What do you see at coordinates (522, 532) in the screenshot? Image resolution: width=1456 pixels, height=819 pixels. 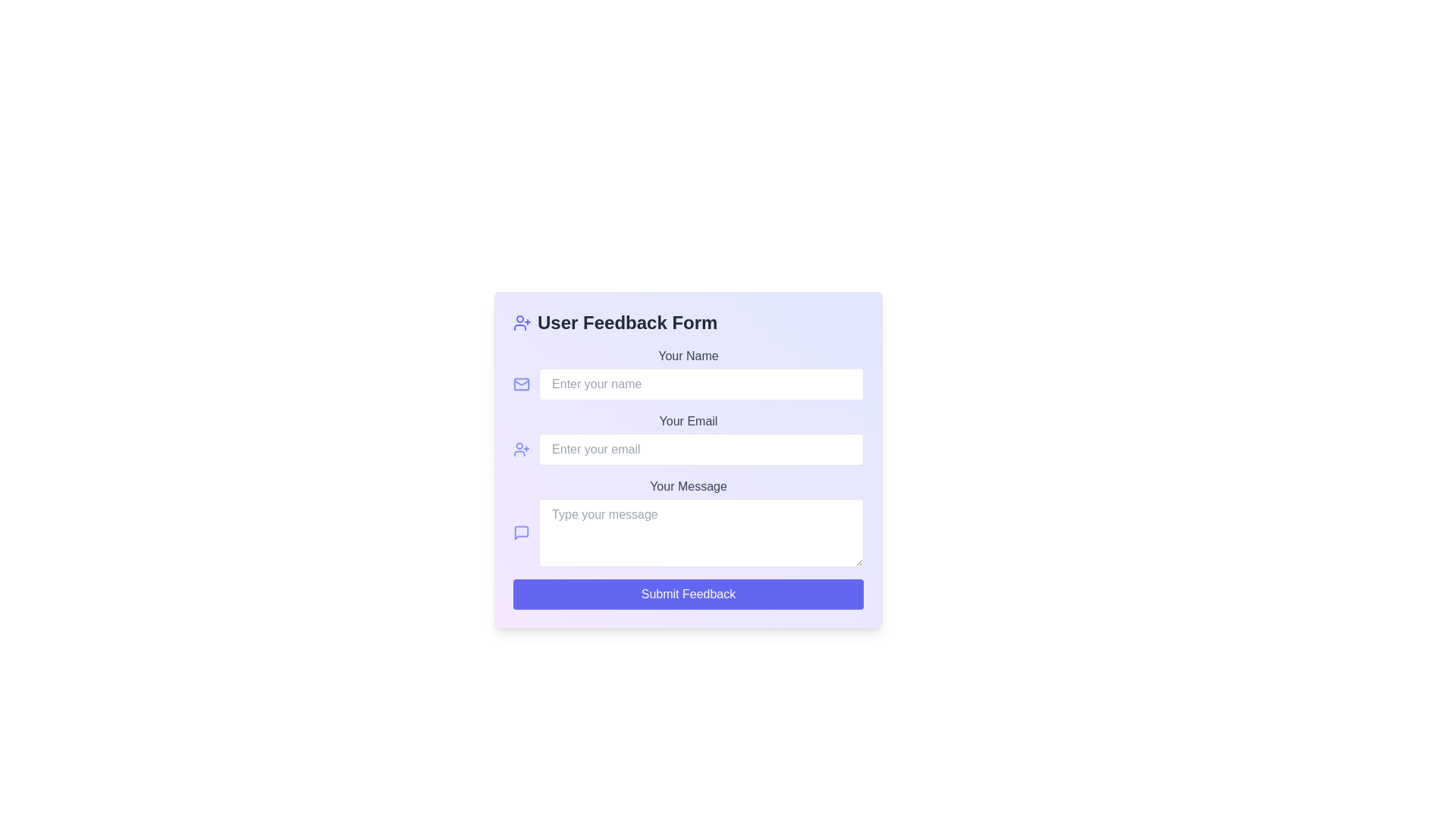 I see `the message composition icon located to the left of the 'Your Message' text field in the feedback form` at bounding box center [522, 532].